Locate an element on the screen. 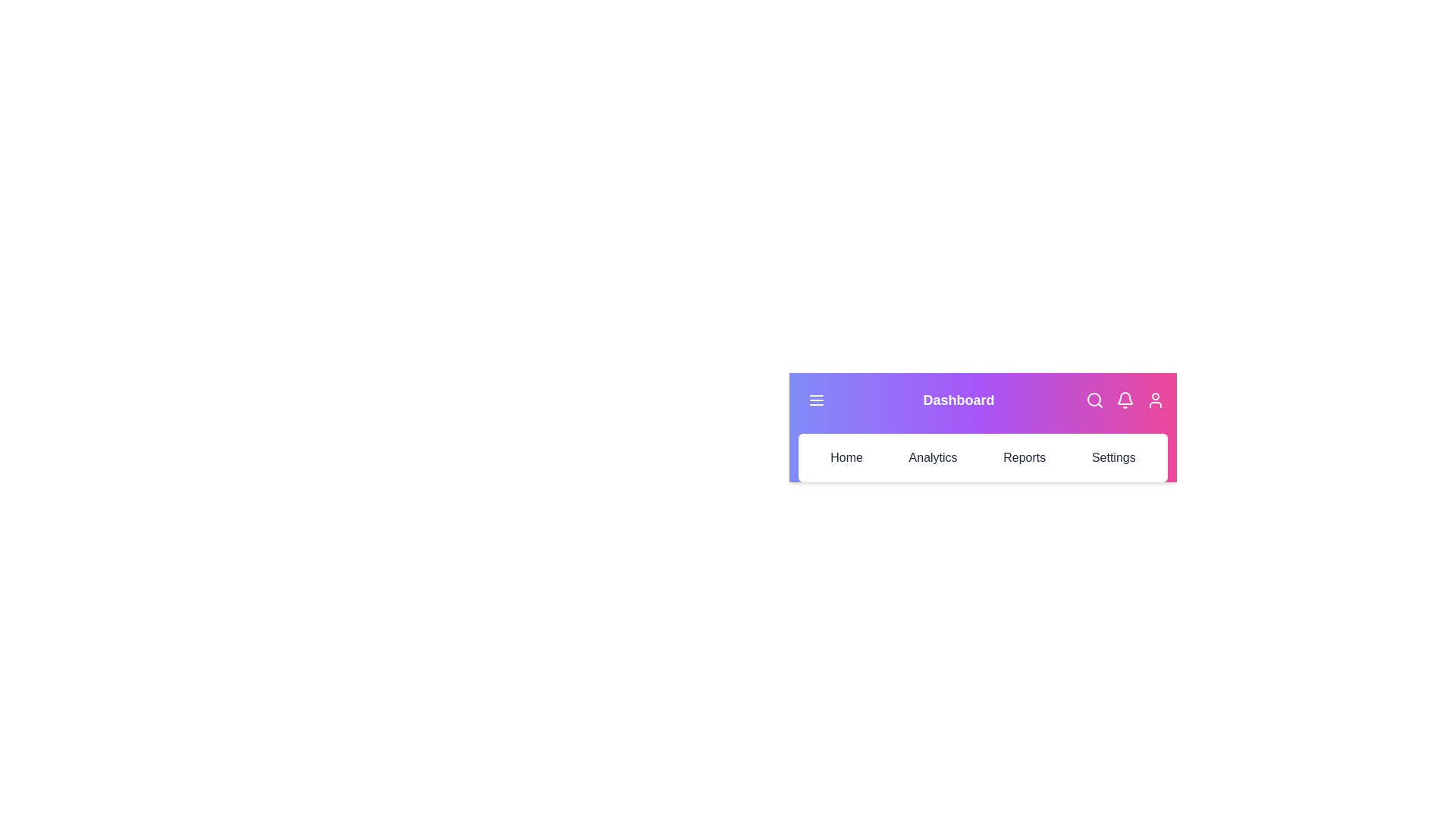 This screenshot has width=1456, height=819. the menu_button to observe its hover effect is located at coordinates (815, 400).